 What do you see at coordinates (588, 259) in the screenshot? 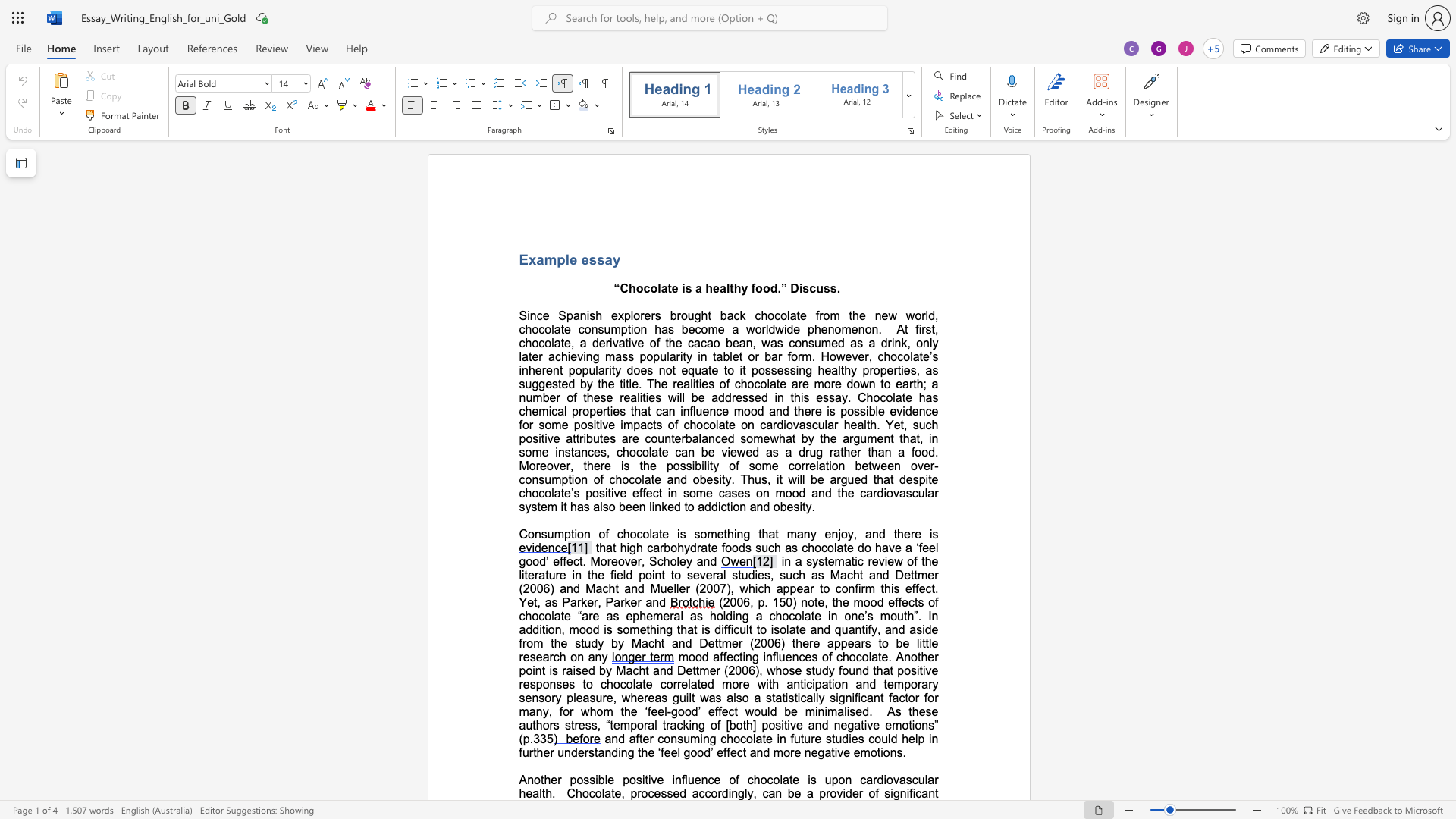
I see `the space between the continuous character "e" and "s" in the text` at bounding box center [588, 259].